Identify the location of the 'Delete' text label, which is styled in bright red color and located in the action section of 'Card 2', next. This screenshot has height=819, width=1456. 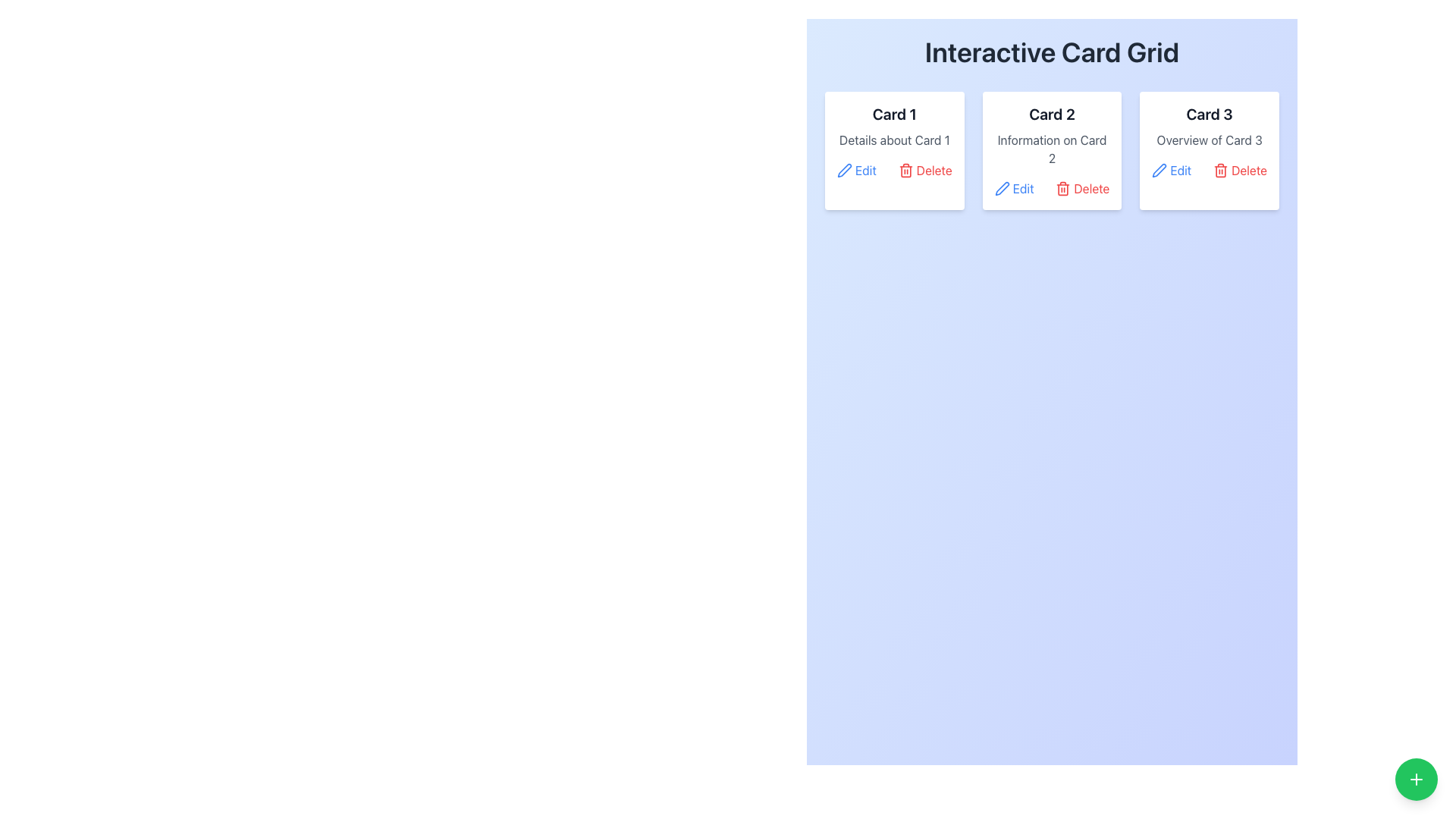
(1090, 188).